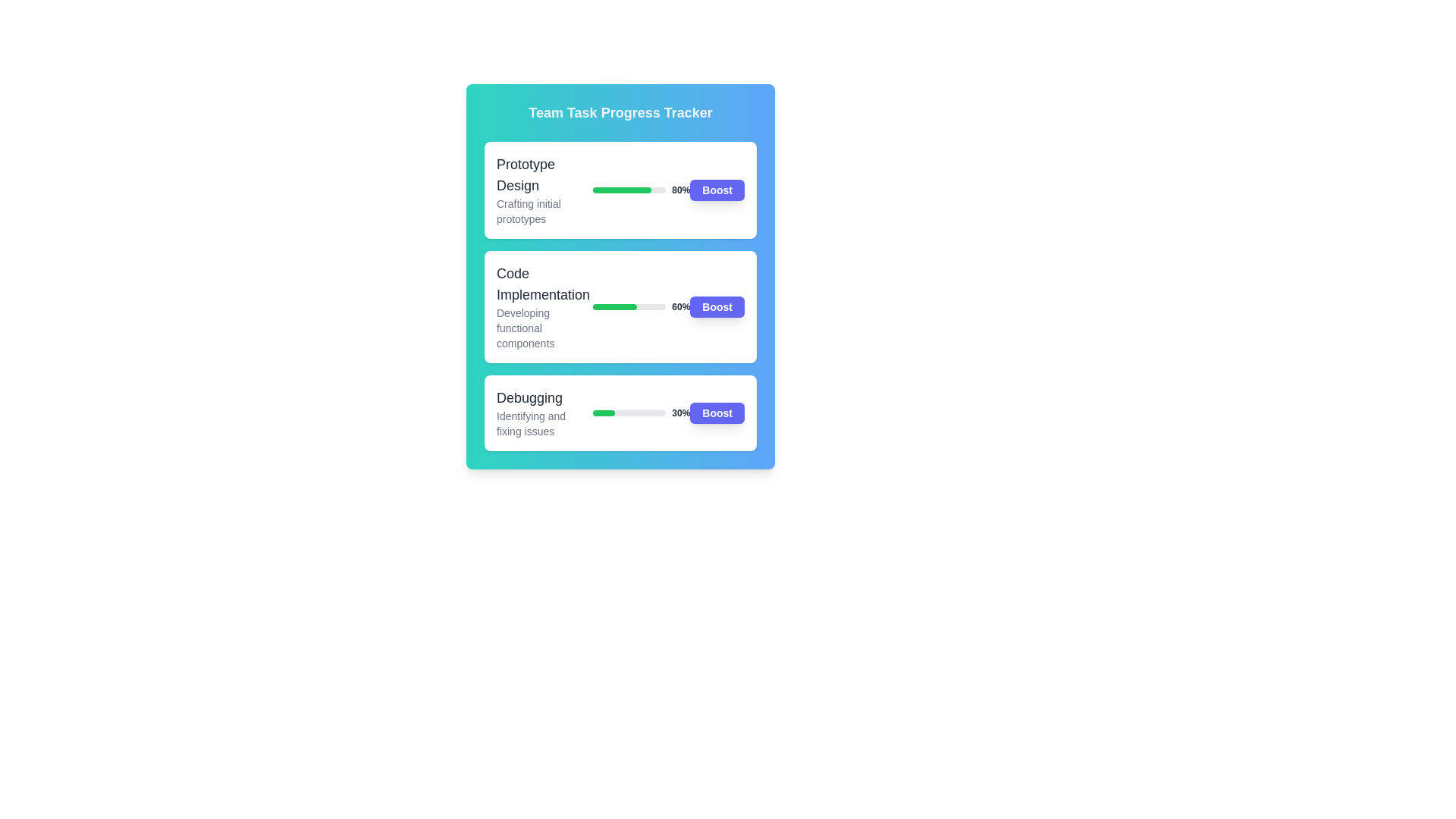  Describe the element at coordinates (717, 307) in the screenshot. I see `keyboard navigation` at that location.